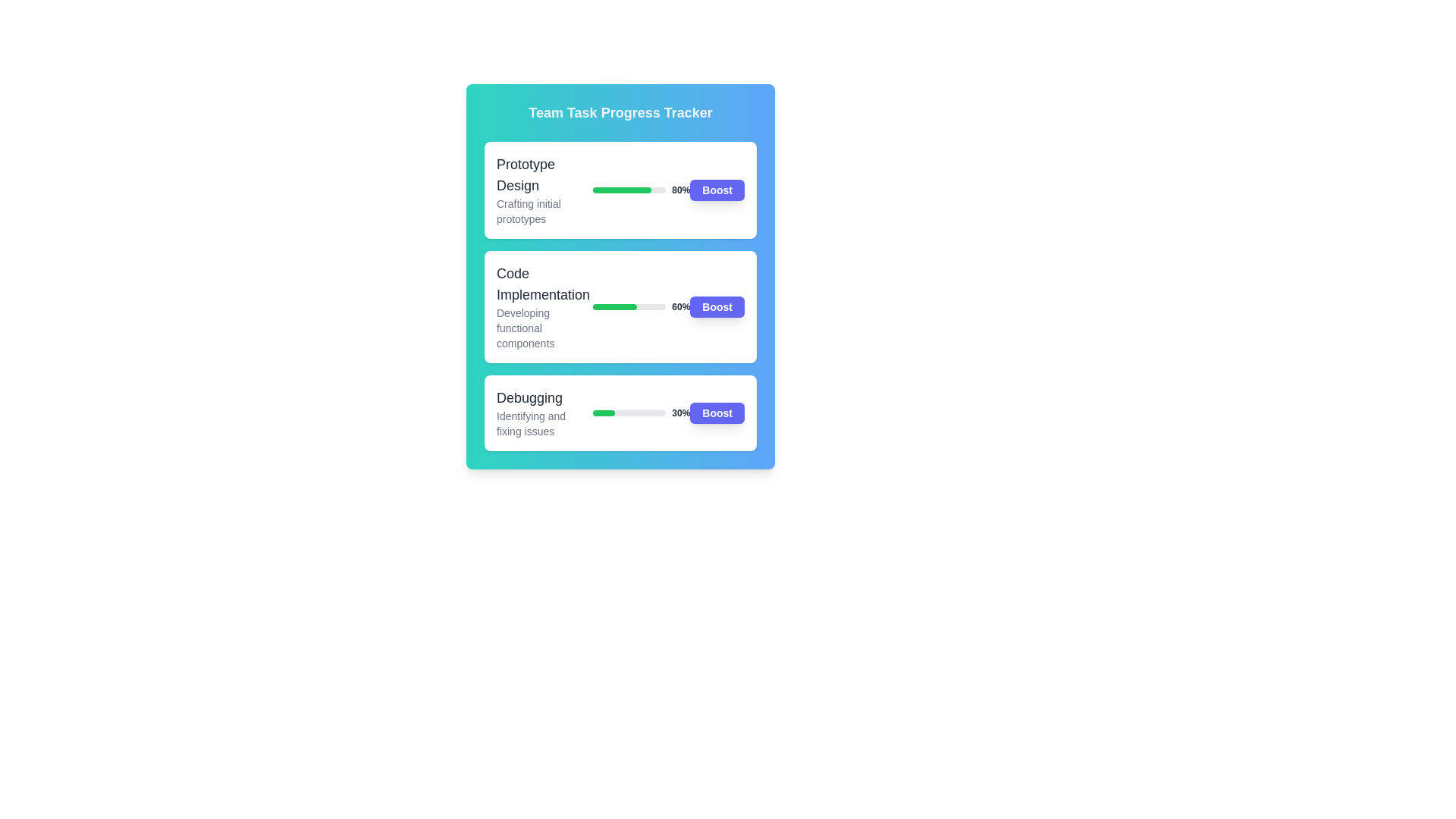  Describe the element at coordinates (717, 307) in the screenshot. I see `keyboard navigation` at that location.